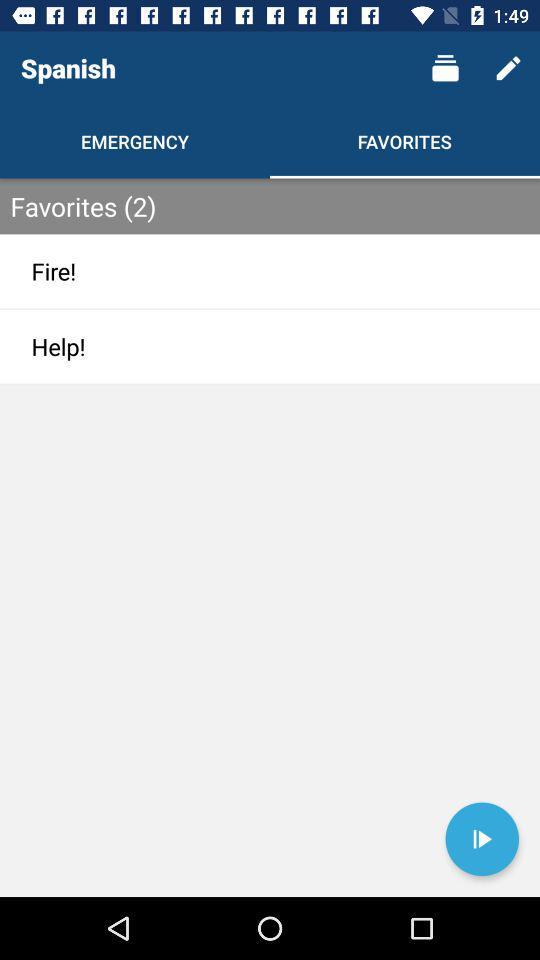 This screenshot has width=540, height=960. Describe the element at coordinates (445, 68) in the screenshot. I see `icon to the right of spanish item` at that location.